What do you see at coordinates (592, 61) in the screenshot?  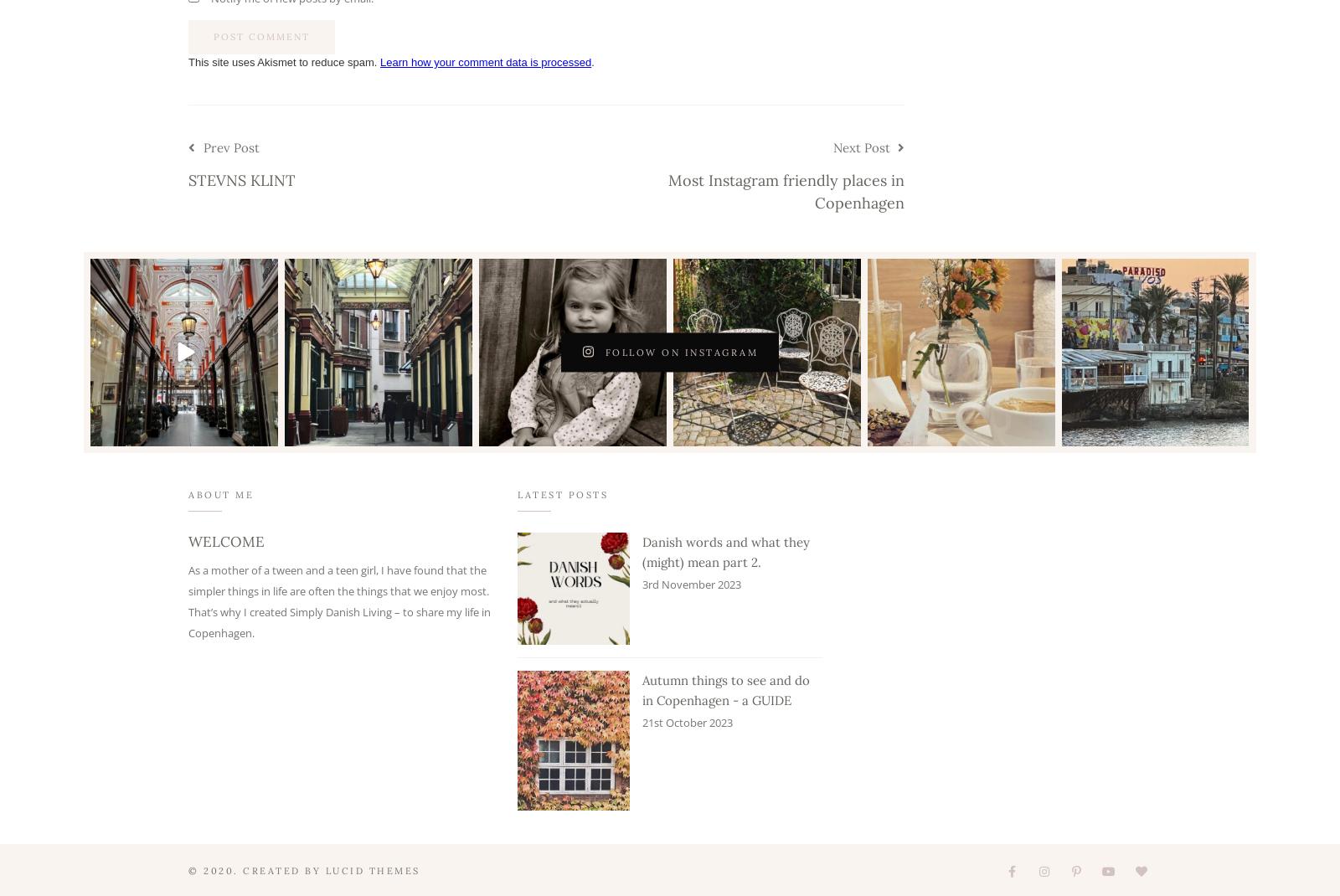 I see `'.'` at bounding box center [592, 61].